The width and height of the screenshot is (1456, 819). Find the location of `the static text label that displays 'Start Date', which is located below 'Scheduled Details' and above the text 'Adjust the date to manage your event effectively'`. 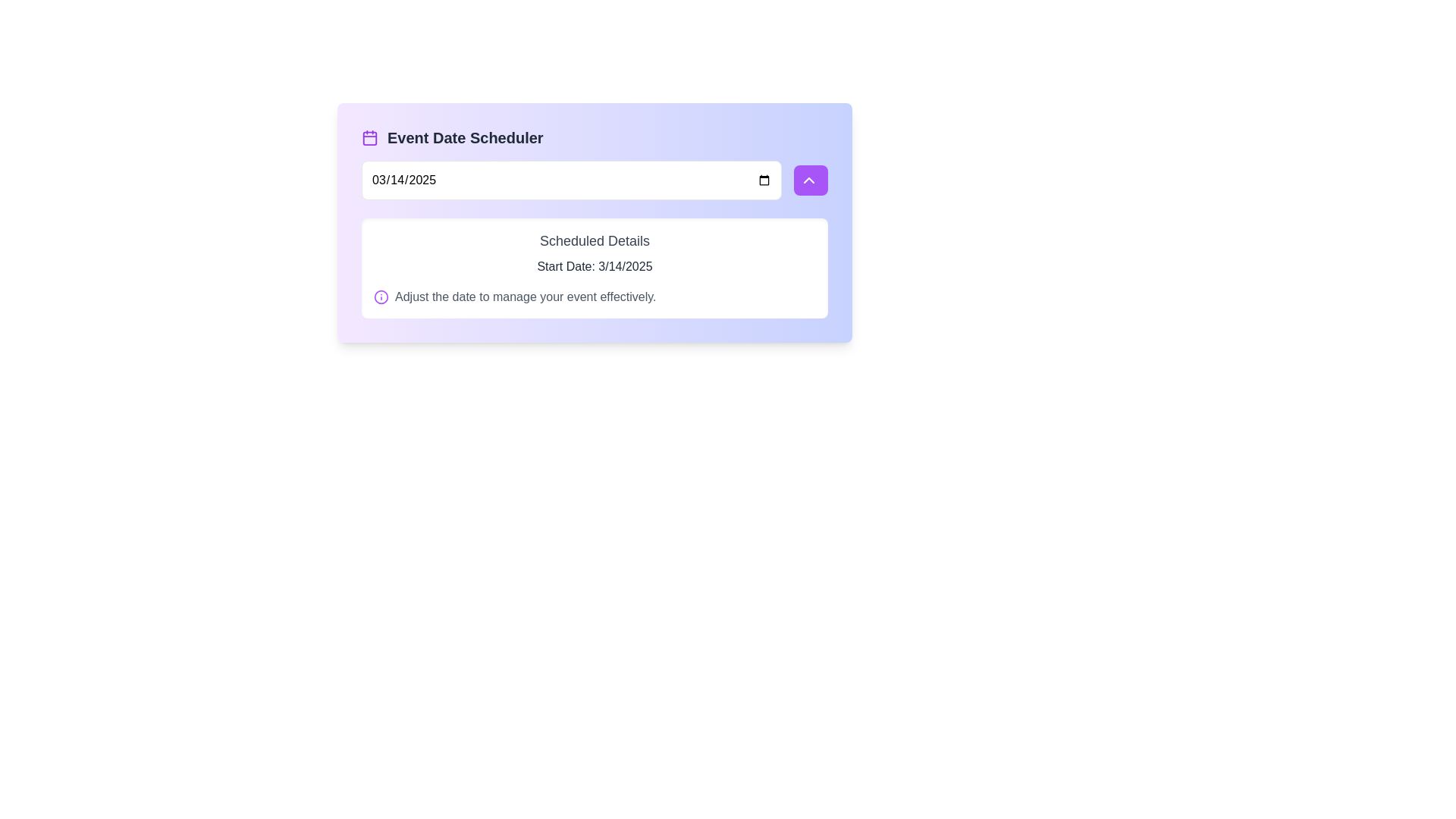

the static text label that displays 'Start Date', which is located below 'Scheduled Details' and above the text 'Adjust the date to manage your event effectively' is located at coordinates (594, 265).